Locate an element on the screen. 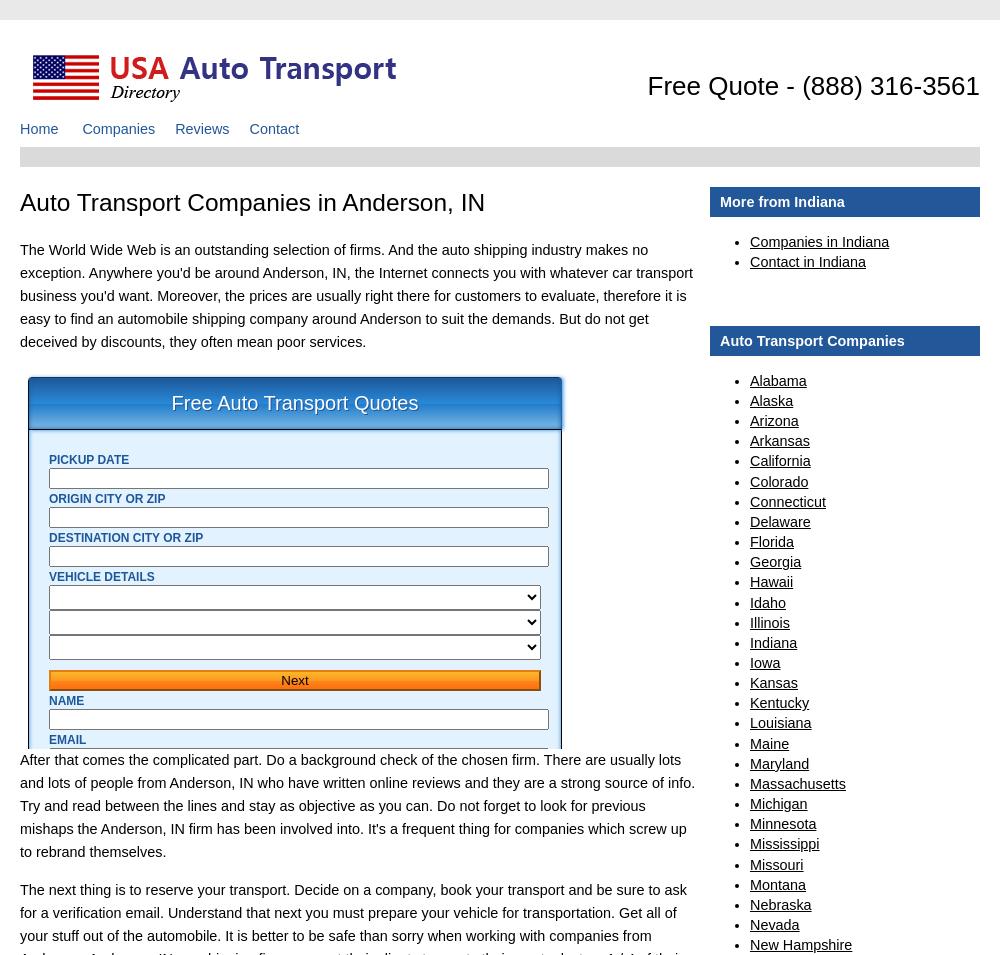 Image resolution: width=1000 pixels, height=955 pixels. 'Montana' is located at coordinates (778, 884).